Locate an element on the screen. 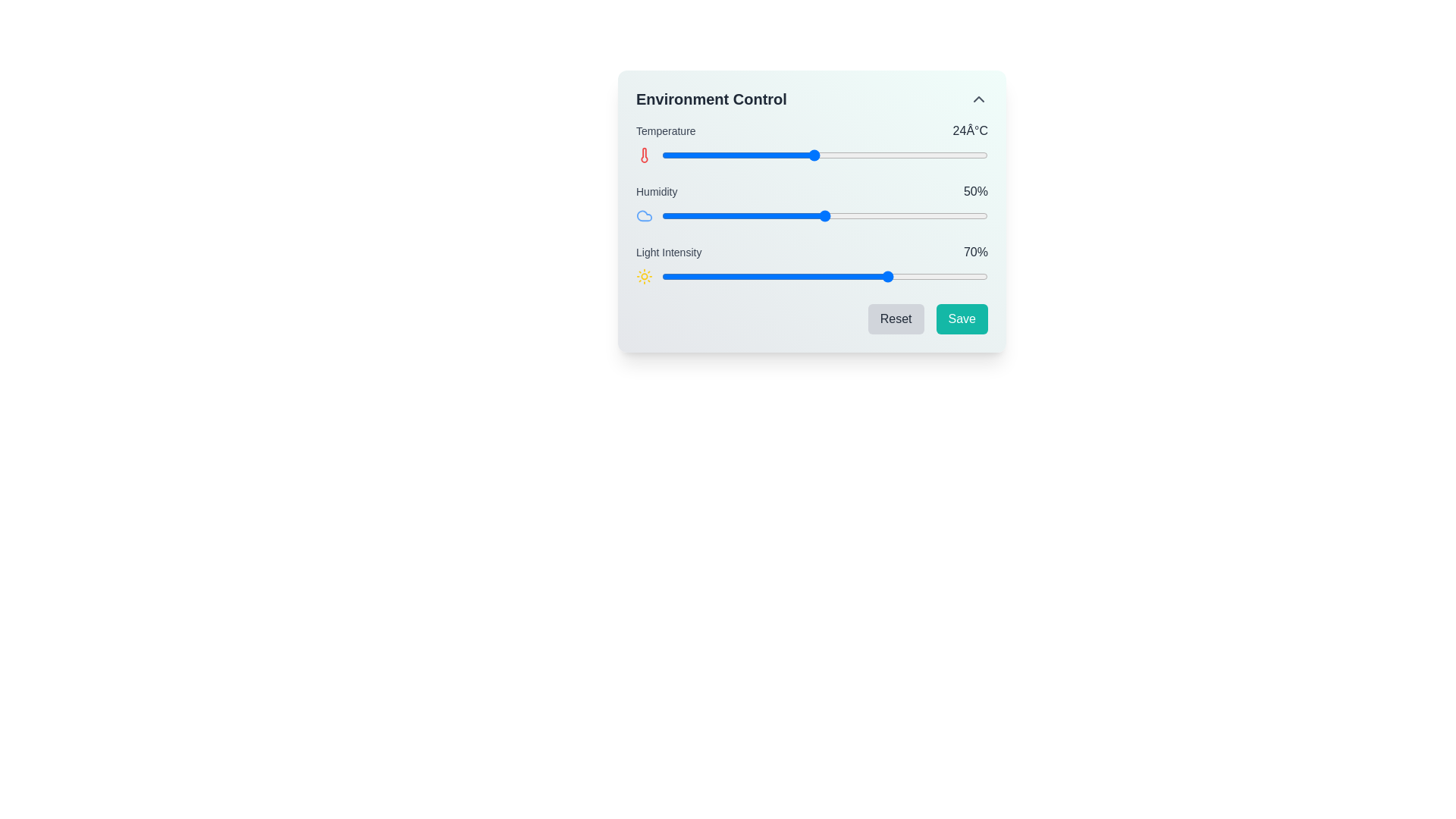  the temperature slider is located at coordinates (813, 155).